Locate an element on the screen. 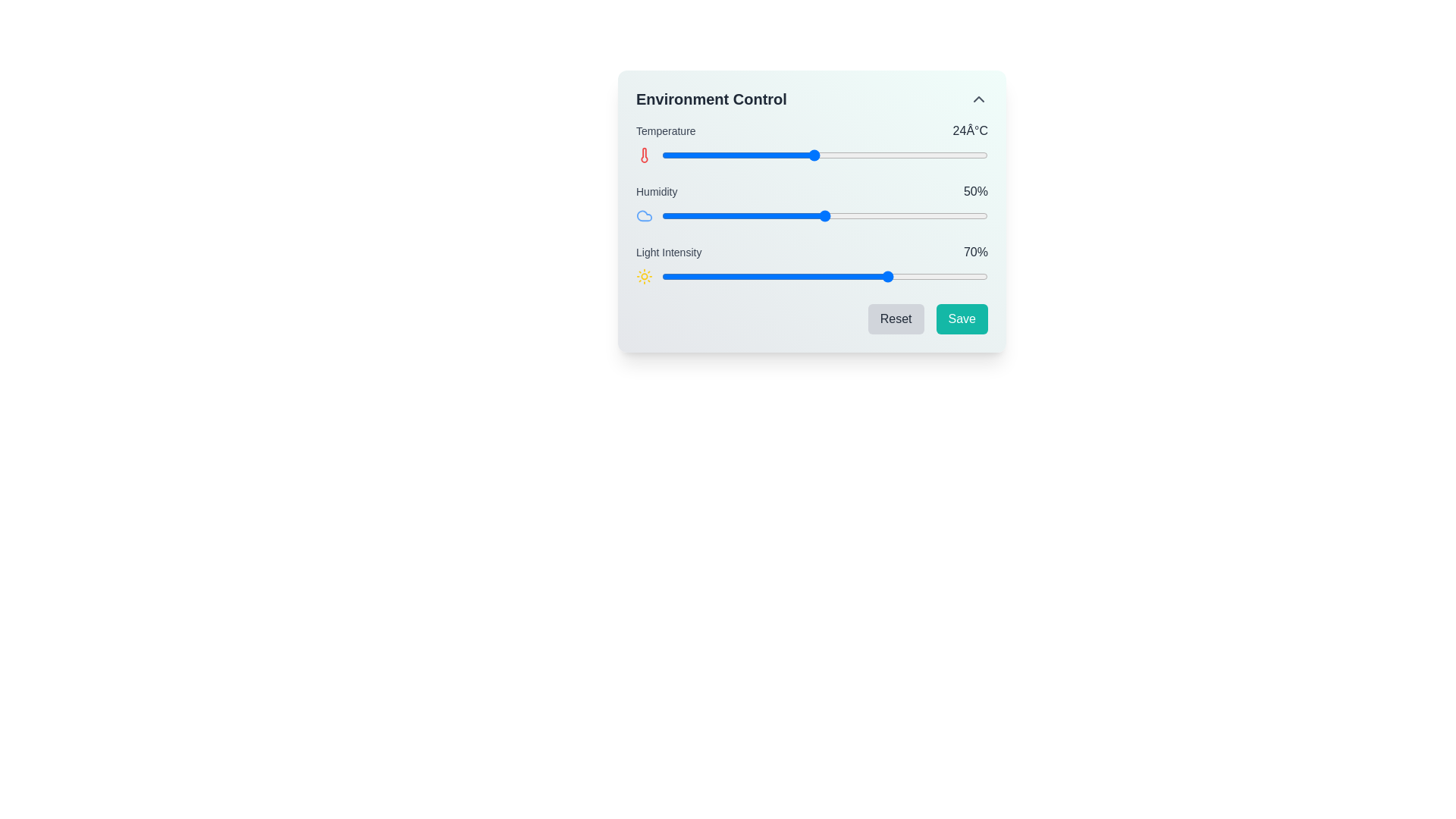  the temperature slider is located at coordinates (813, 155).